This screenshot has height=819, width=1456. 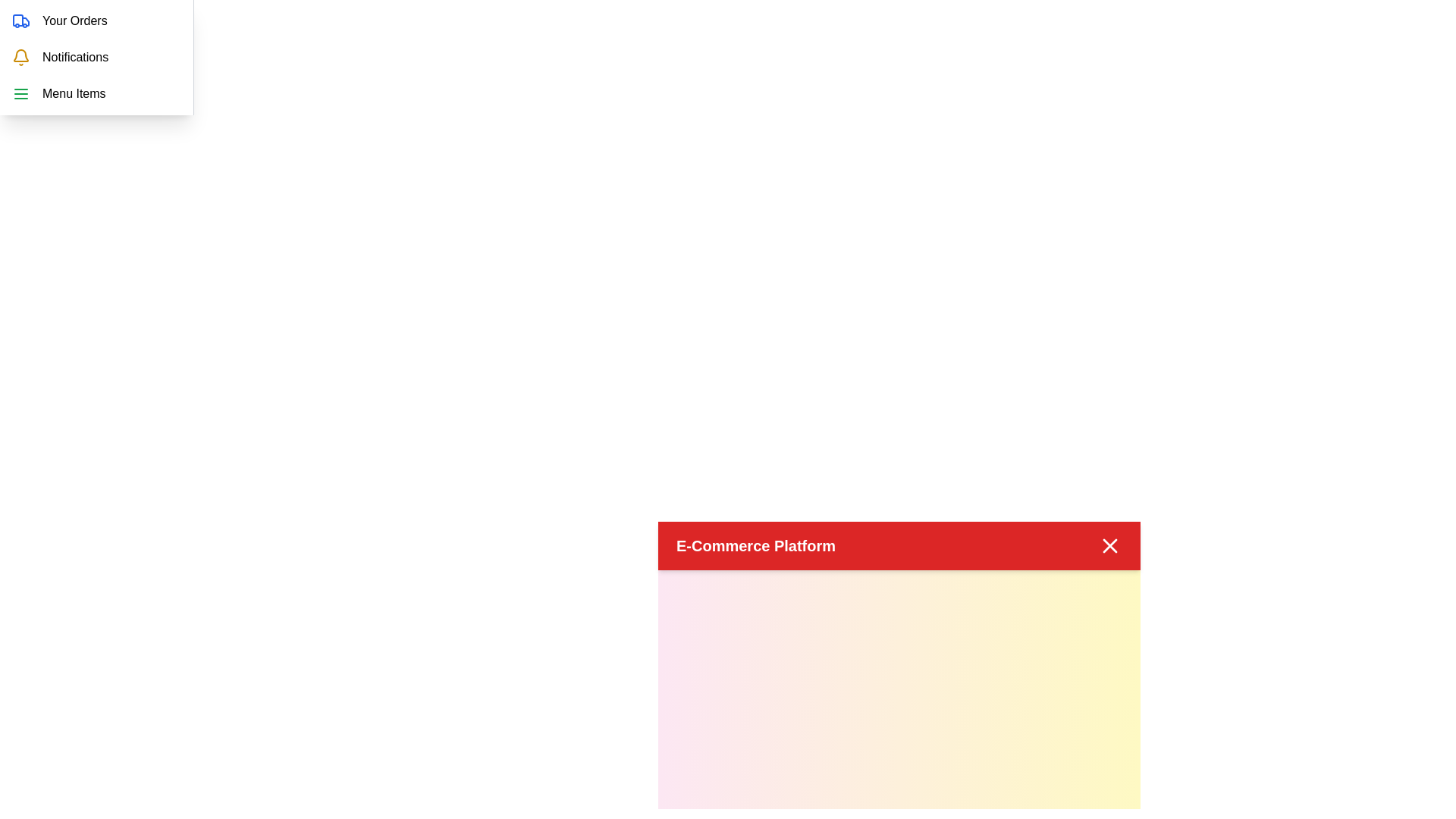 What do you see at coordinates (21, 57) in the screenshot?
I see `the bell icon located next to the 'Notifications' label to interact with user notifications` at bounding box center [21, 57].